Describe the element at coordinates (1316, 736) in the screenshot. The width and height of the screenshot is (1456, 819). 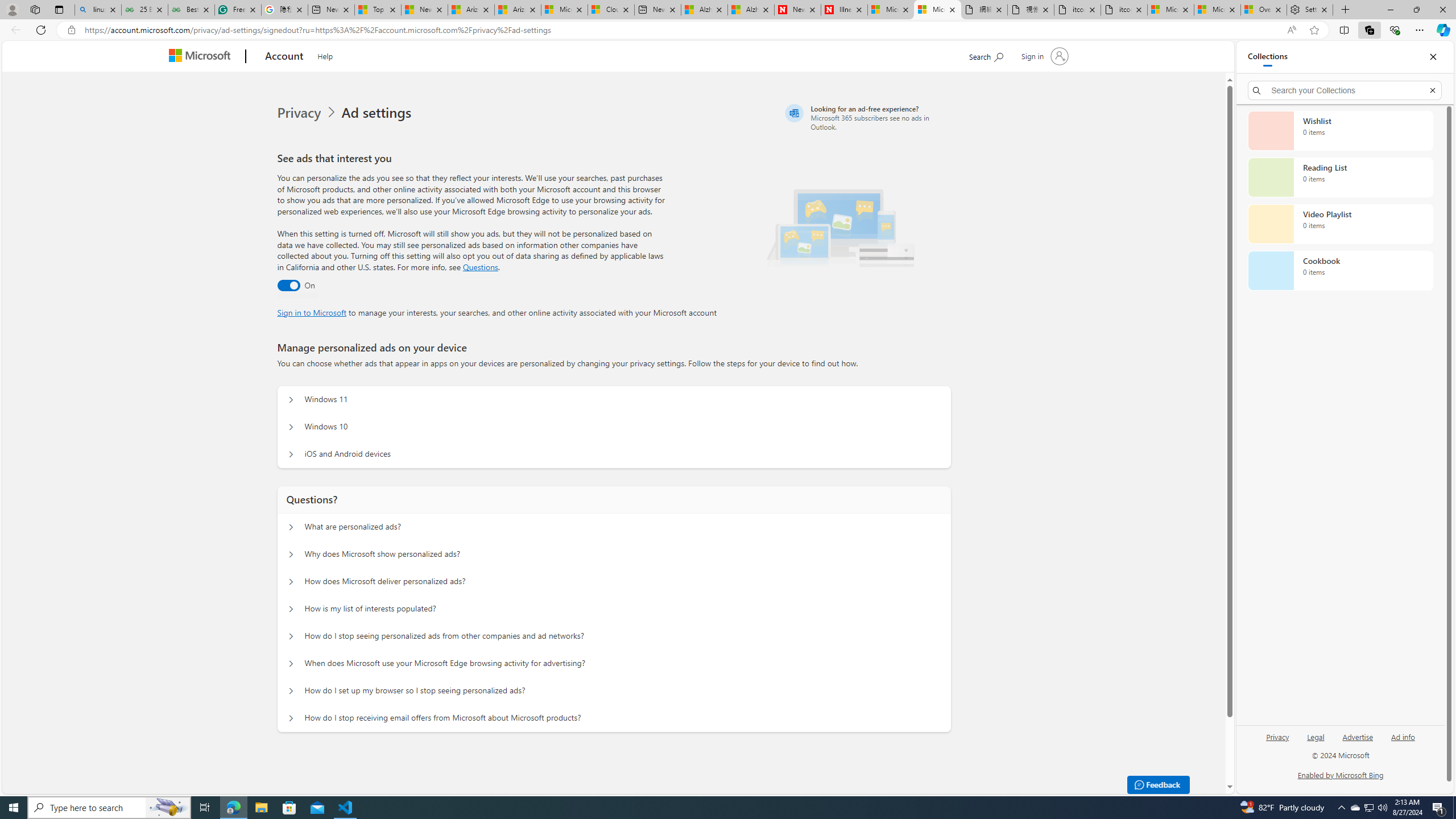
I see `'Legal'` at that location.